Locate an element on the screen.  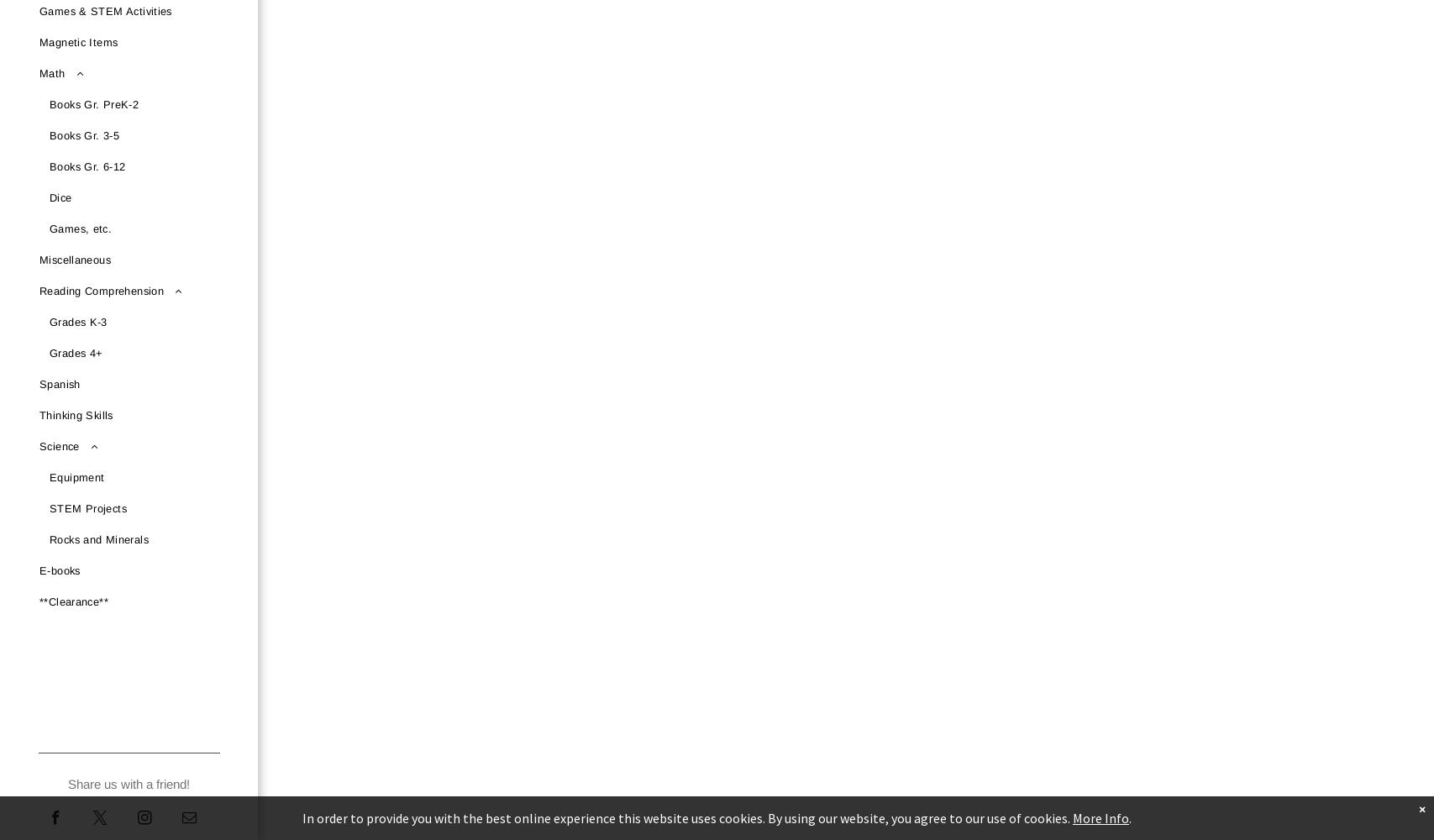
'Reading Comprehension' is located at coordinates (102, 290).